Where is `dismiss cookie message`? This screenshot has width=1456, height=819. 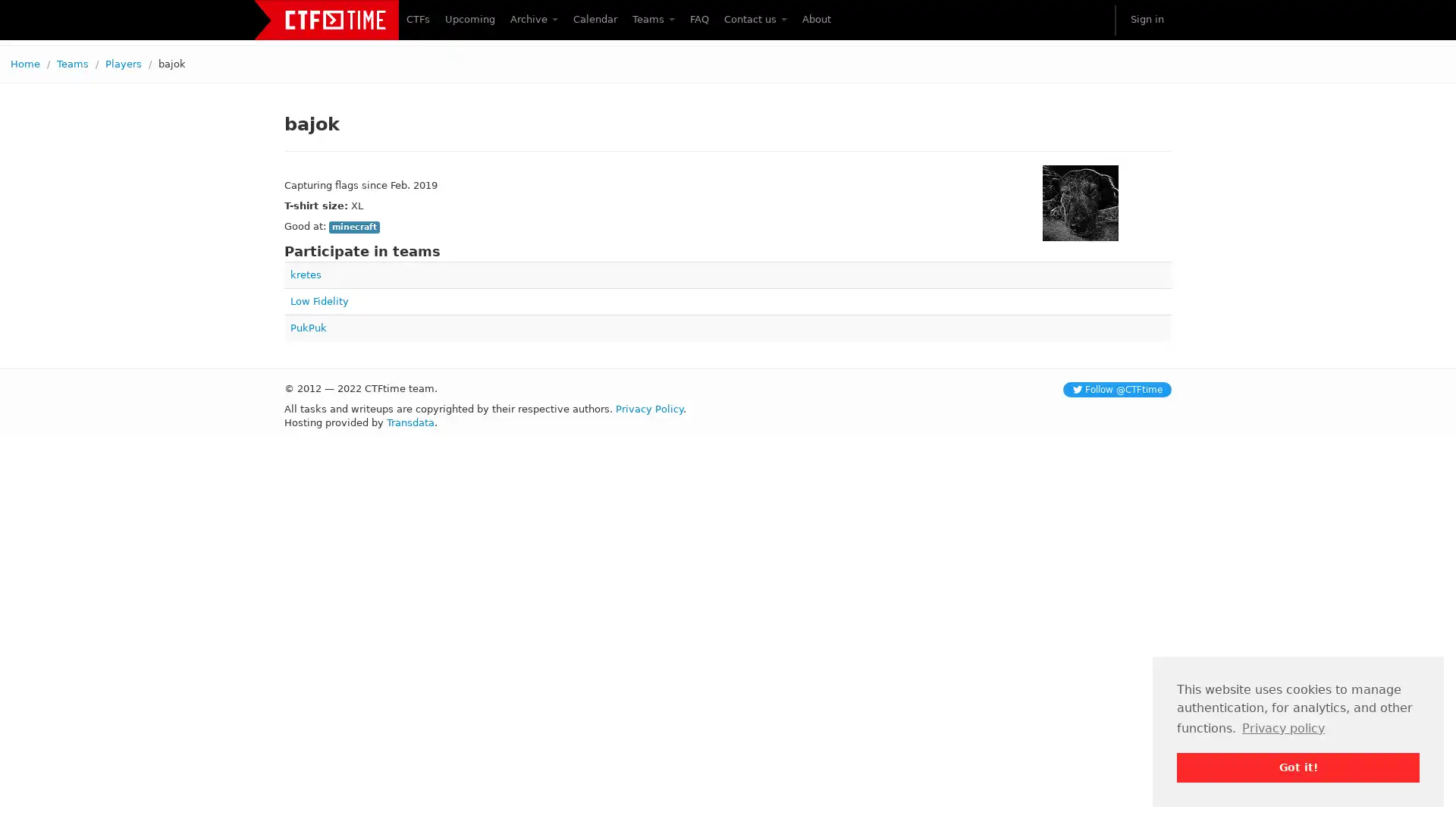
dismiss cookie message is located at coordinates (1298, 767).